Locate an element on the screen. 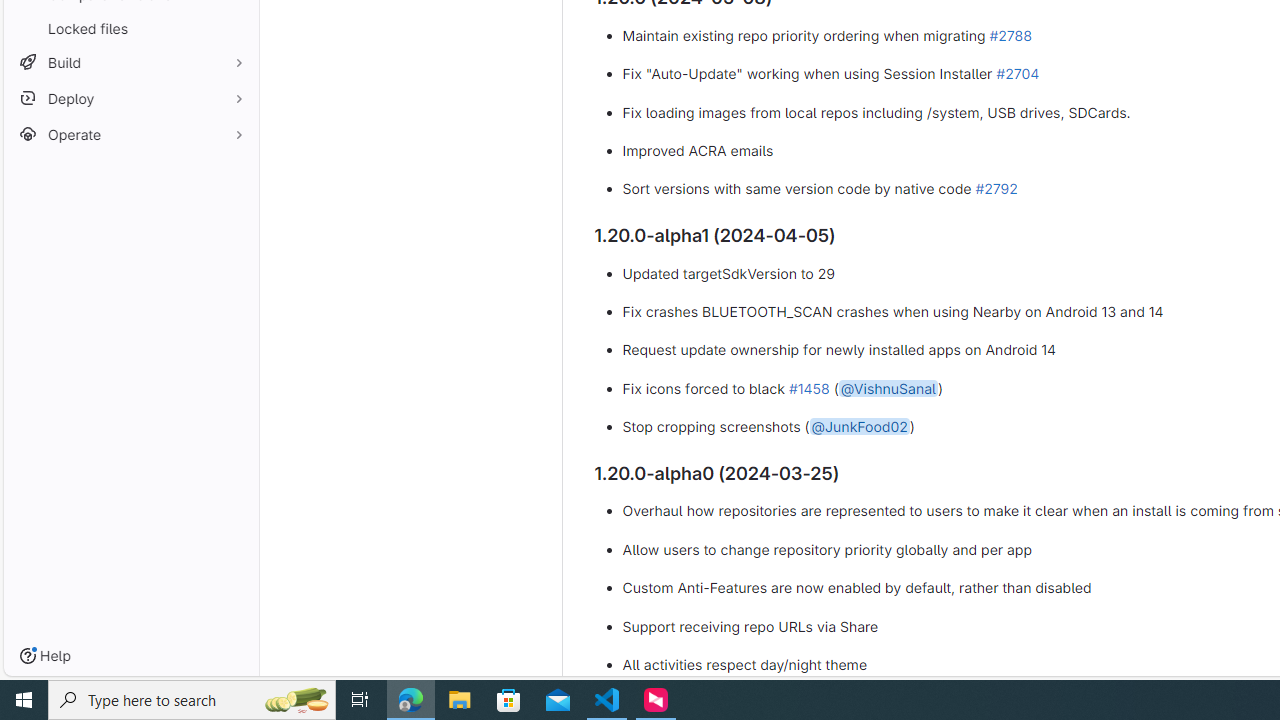  '#2792' is located at coordinates (996, 189).